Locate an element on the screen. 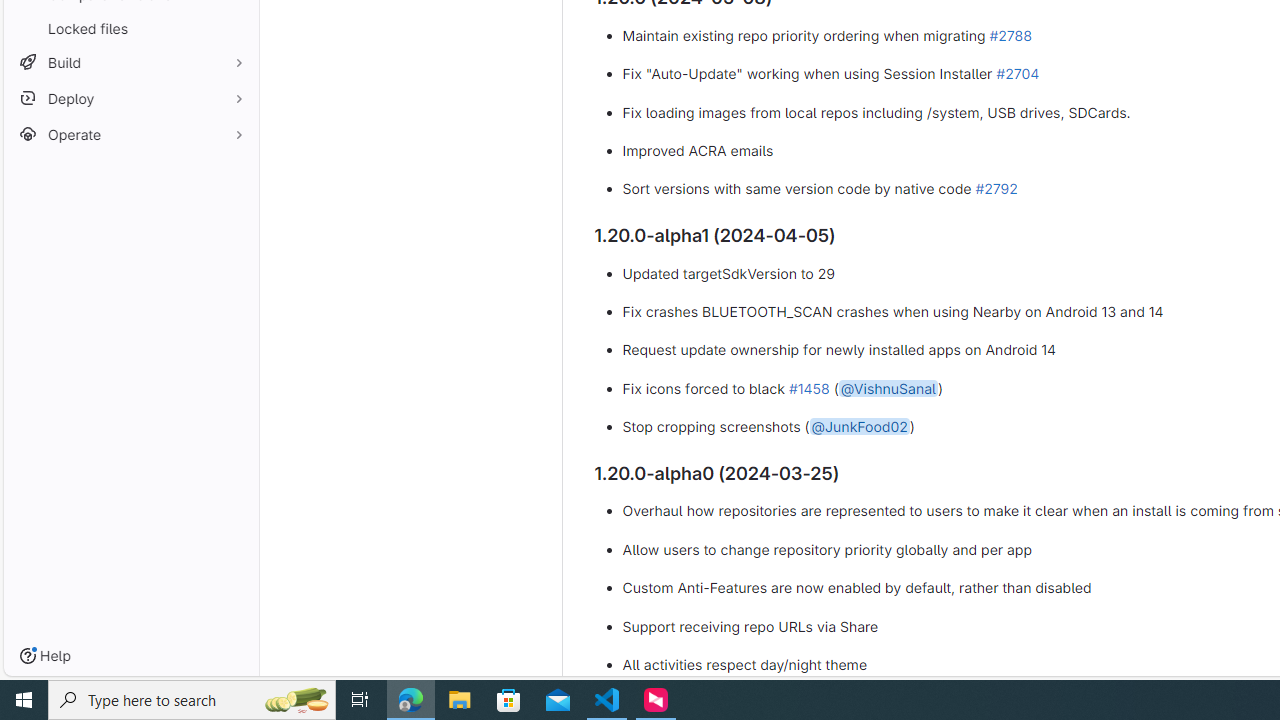  '#2792' is located at coordinates (996, 189).